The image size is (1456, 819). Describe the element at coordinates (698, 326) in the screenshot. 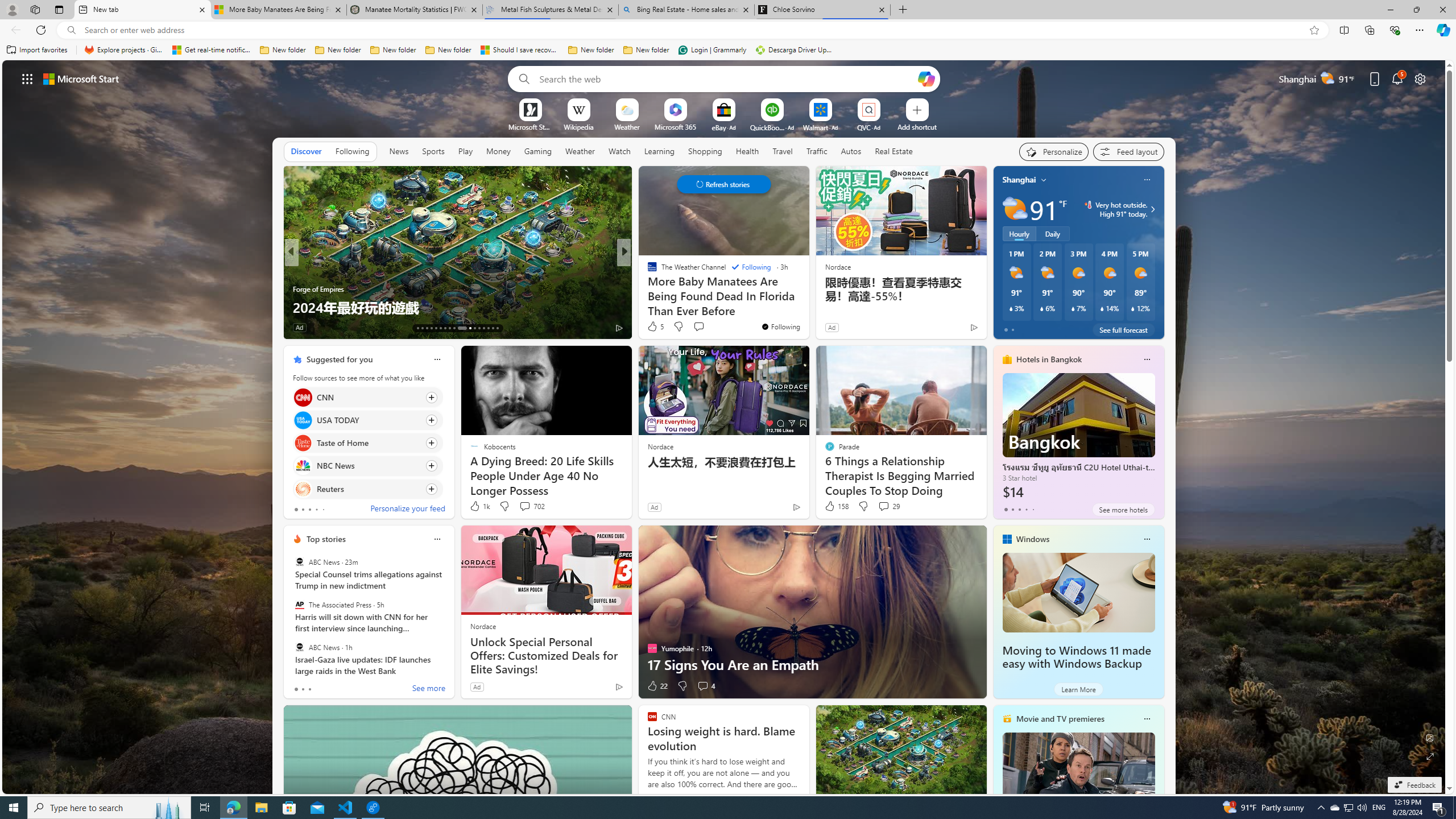

I see `'View comments 1 Comment'` at that location.